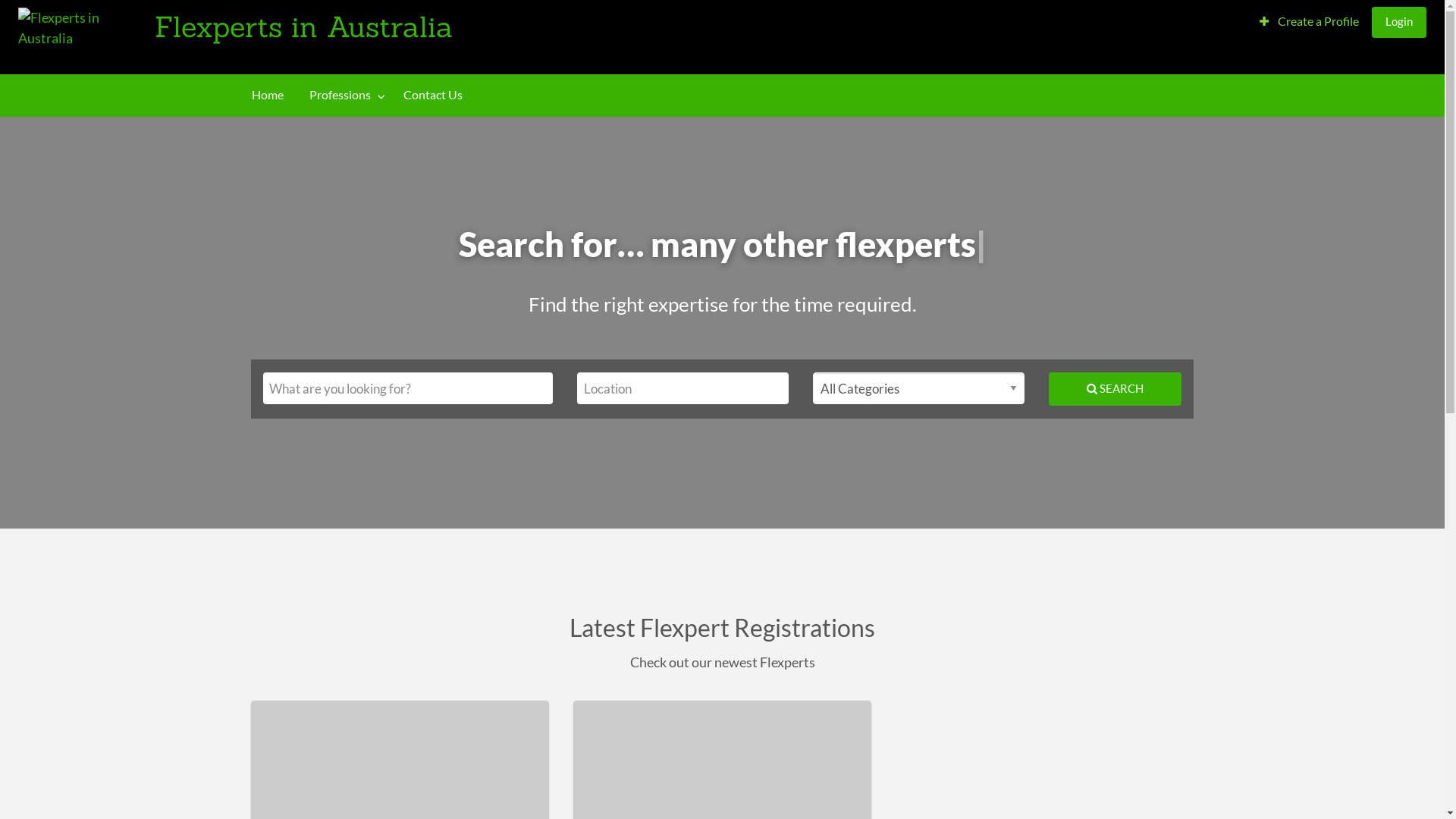 The width and height of the screenshot is (1456, 819). Describe the element at coordinates (1115, 388) in the screenshot. I see `'SEARCH'` at that location.